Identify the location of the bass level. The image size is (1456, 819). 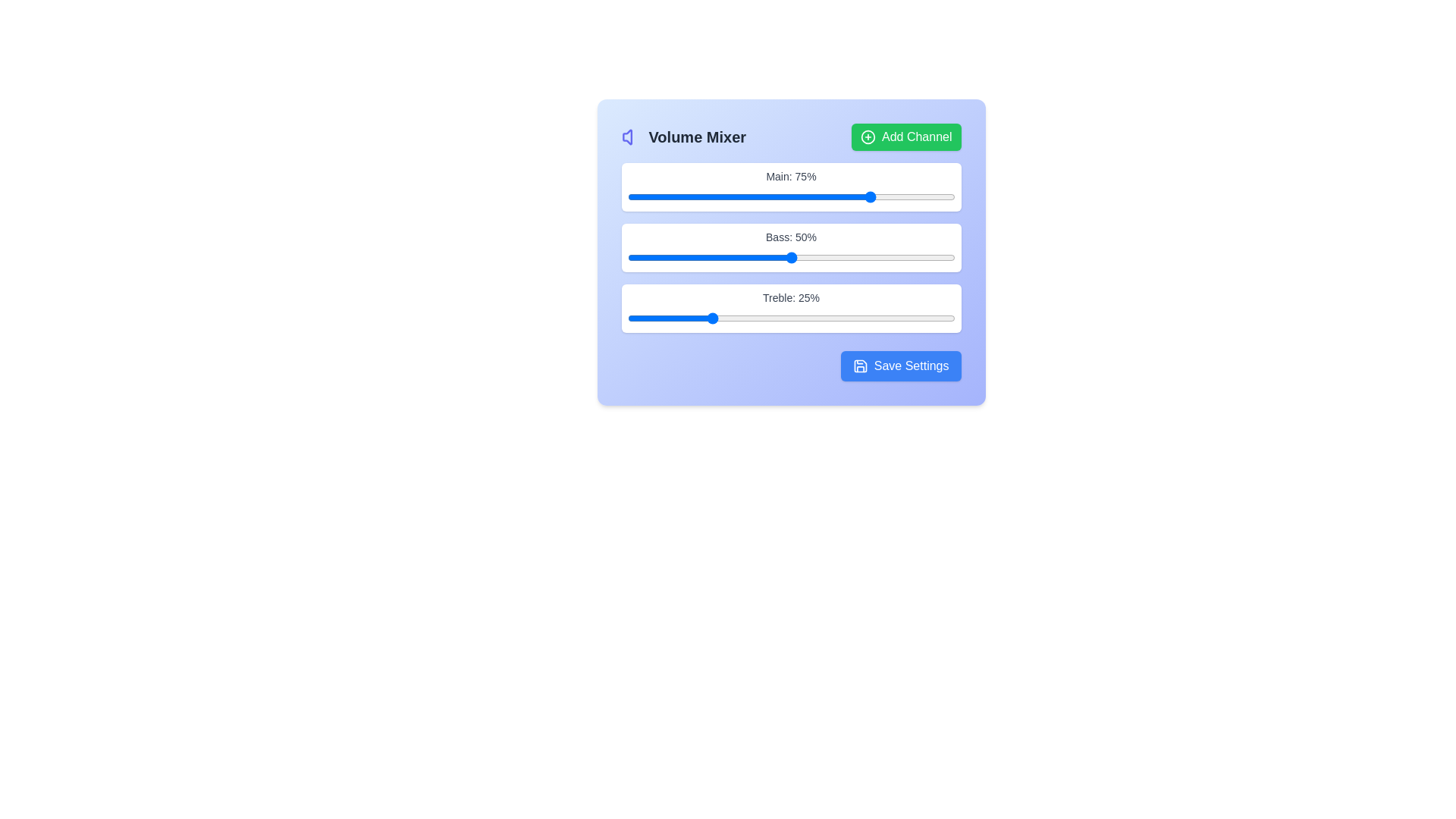
(701, 256).